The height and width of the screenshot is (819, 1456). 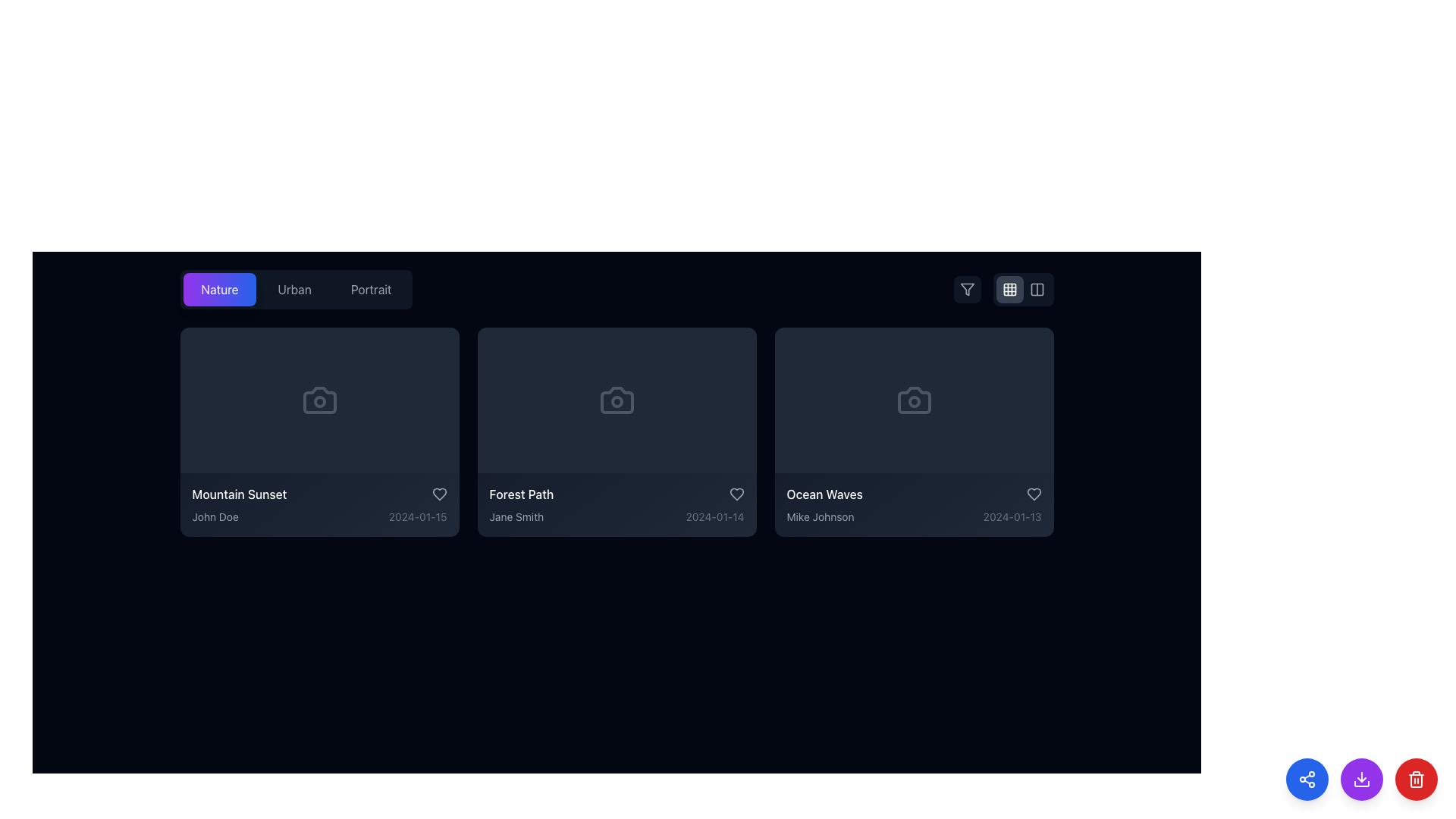 What do you see at coordinates (820, 516) in the screenshot?
I see `text label indicating the author or associated person's name for the 'Ocean Waves' item, located below the title and aligned with the date label '2024-01-13'` at bounding box center [820, 516].